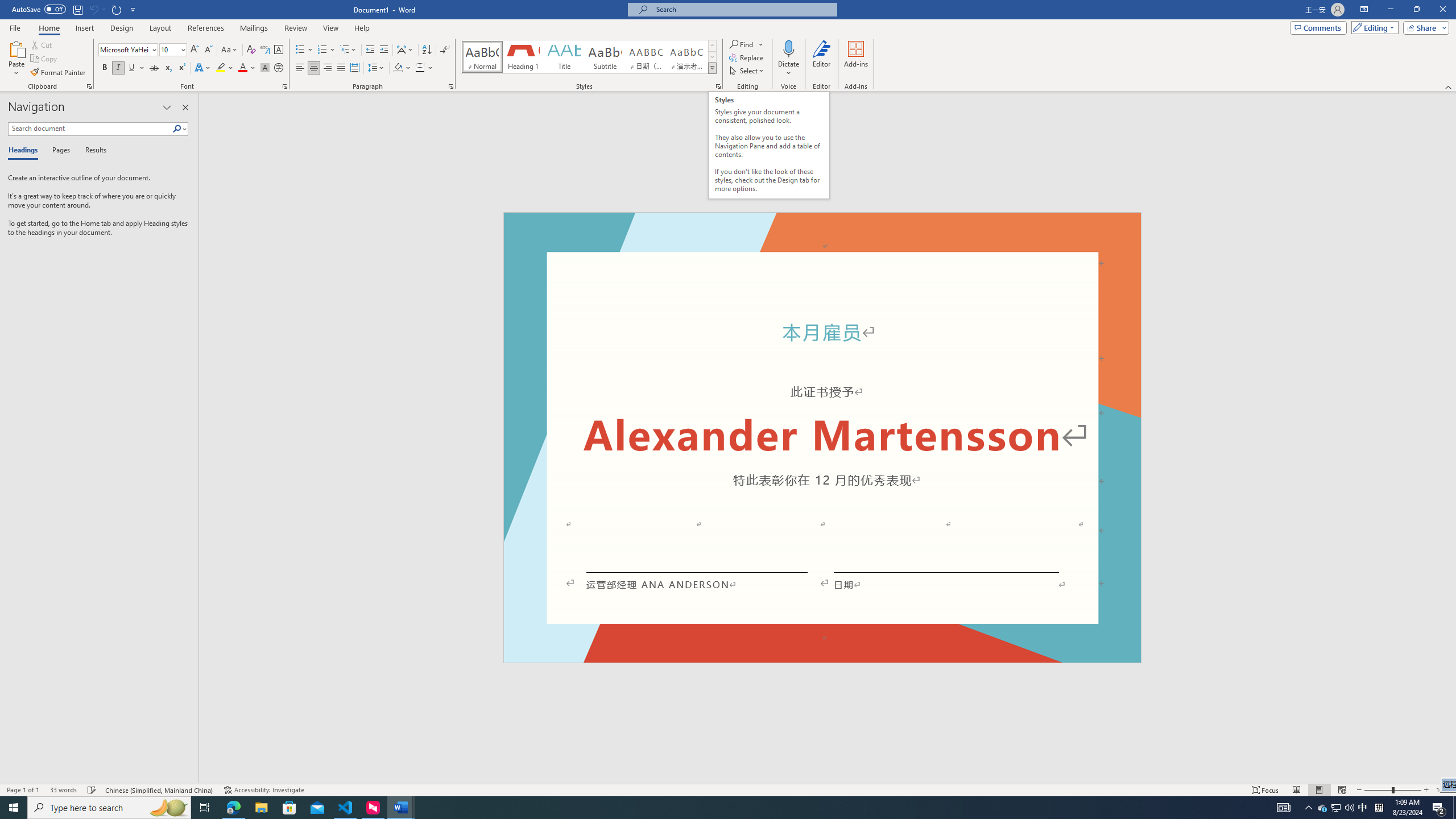  What do you see at coordinates (427, 49) in the screenshot?
I see `'Sort...'` at bounding box center [427, 49].